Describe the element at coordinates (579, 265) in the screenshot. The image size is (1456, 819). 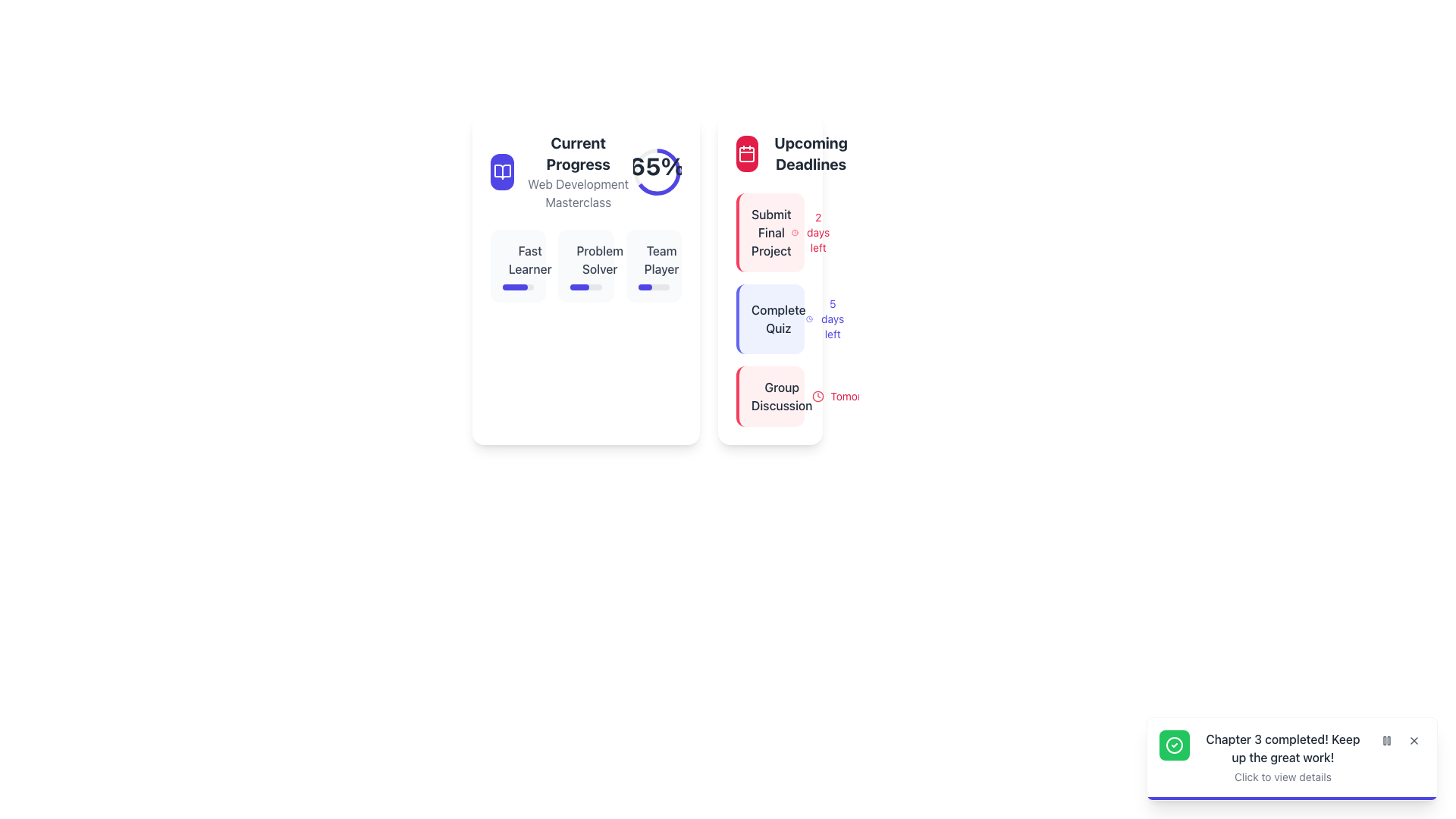
I see `the Decorative SVG graphic that is part of the award or badge design, located within the 'Current Progress' section of the application's card layout` at that location.